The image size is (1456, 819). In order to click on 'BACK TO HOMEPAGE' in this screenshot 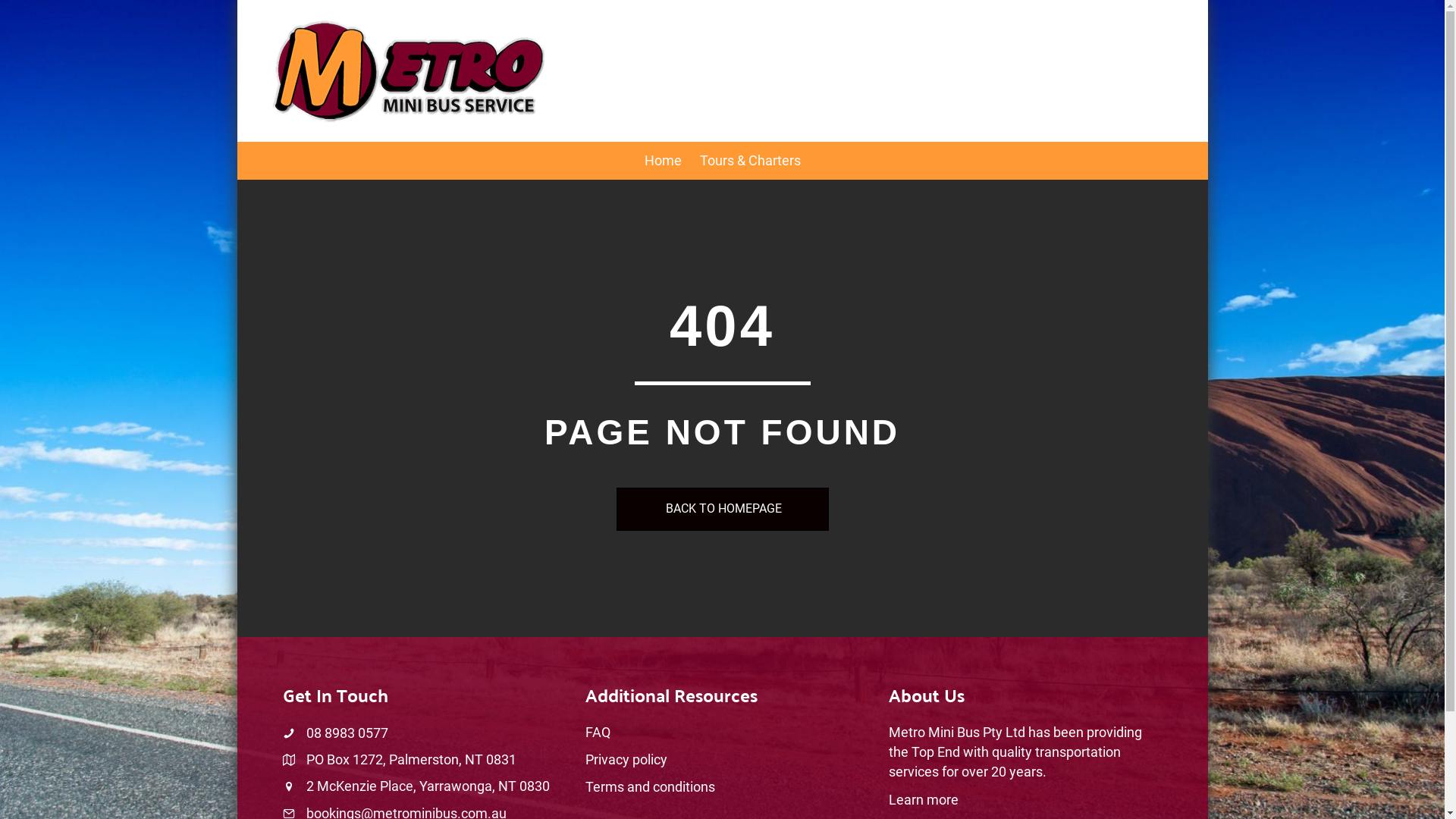, I will do `click(720, 509)`.